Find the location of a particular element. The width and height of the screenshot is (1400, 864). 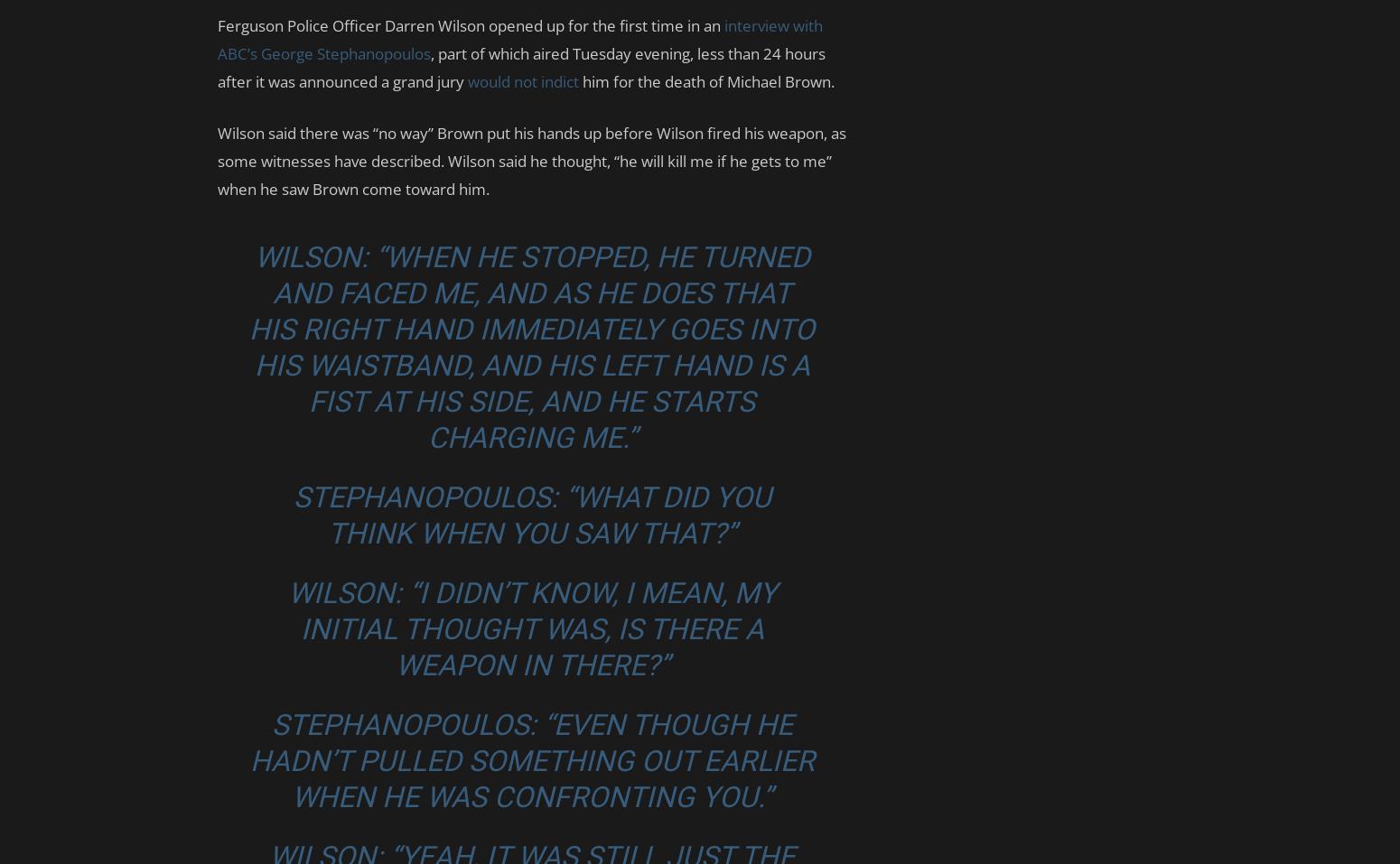

', part of which aired Tuesday evening, less than 24 hours after it was announced a grand jury' is located at coordinates (521, 67).